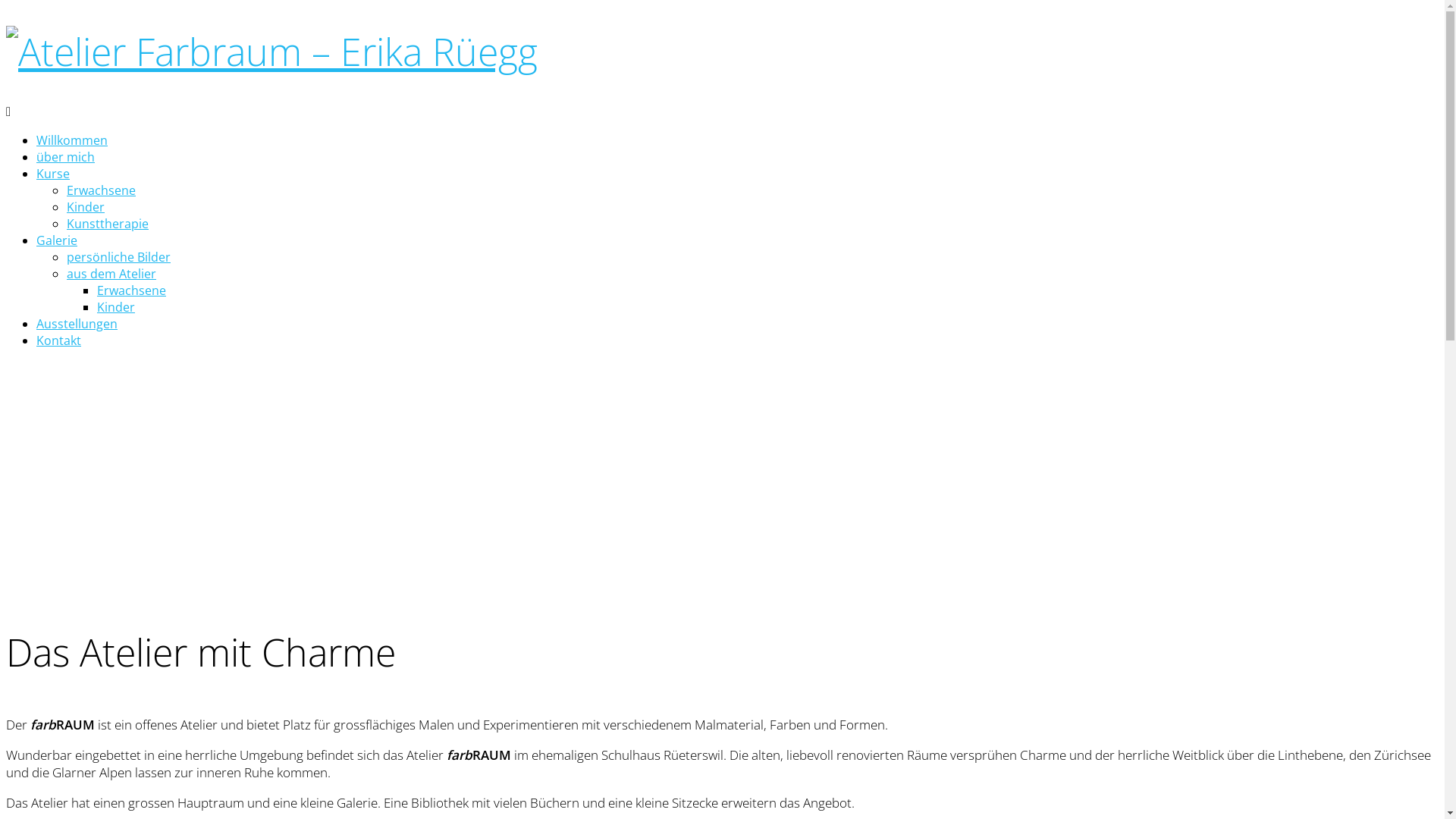 This screenshot has height=819, width=1456. I want to click on 'Erwachsene', so click(100, 189).